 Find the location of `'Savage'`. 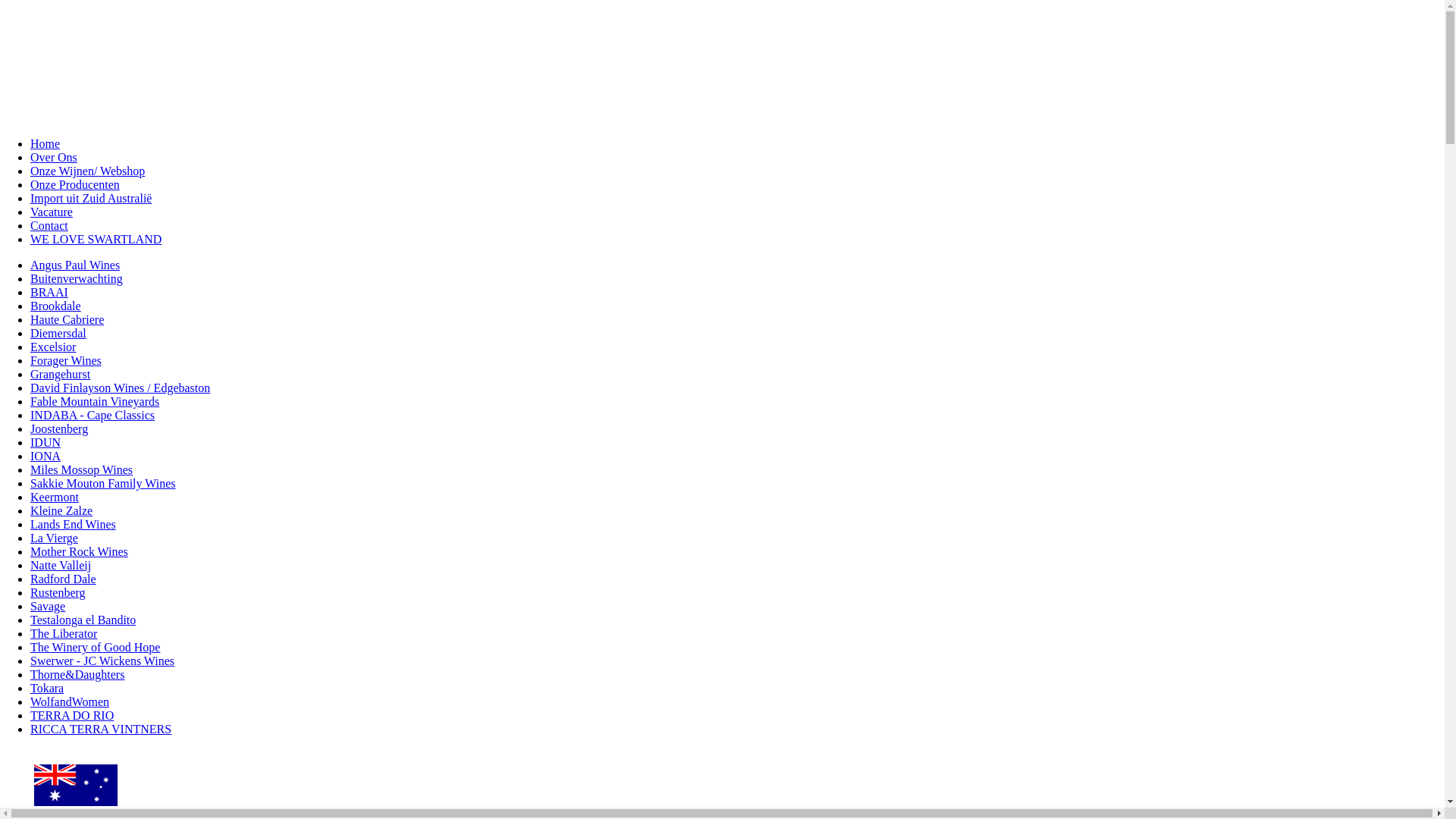

'Savage' is located at coordinates (47, 605).